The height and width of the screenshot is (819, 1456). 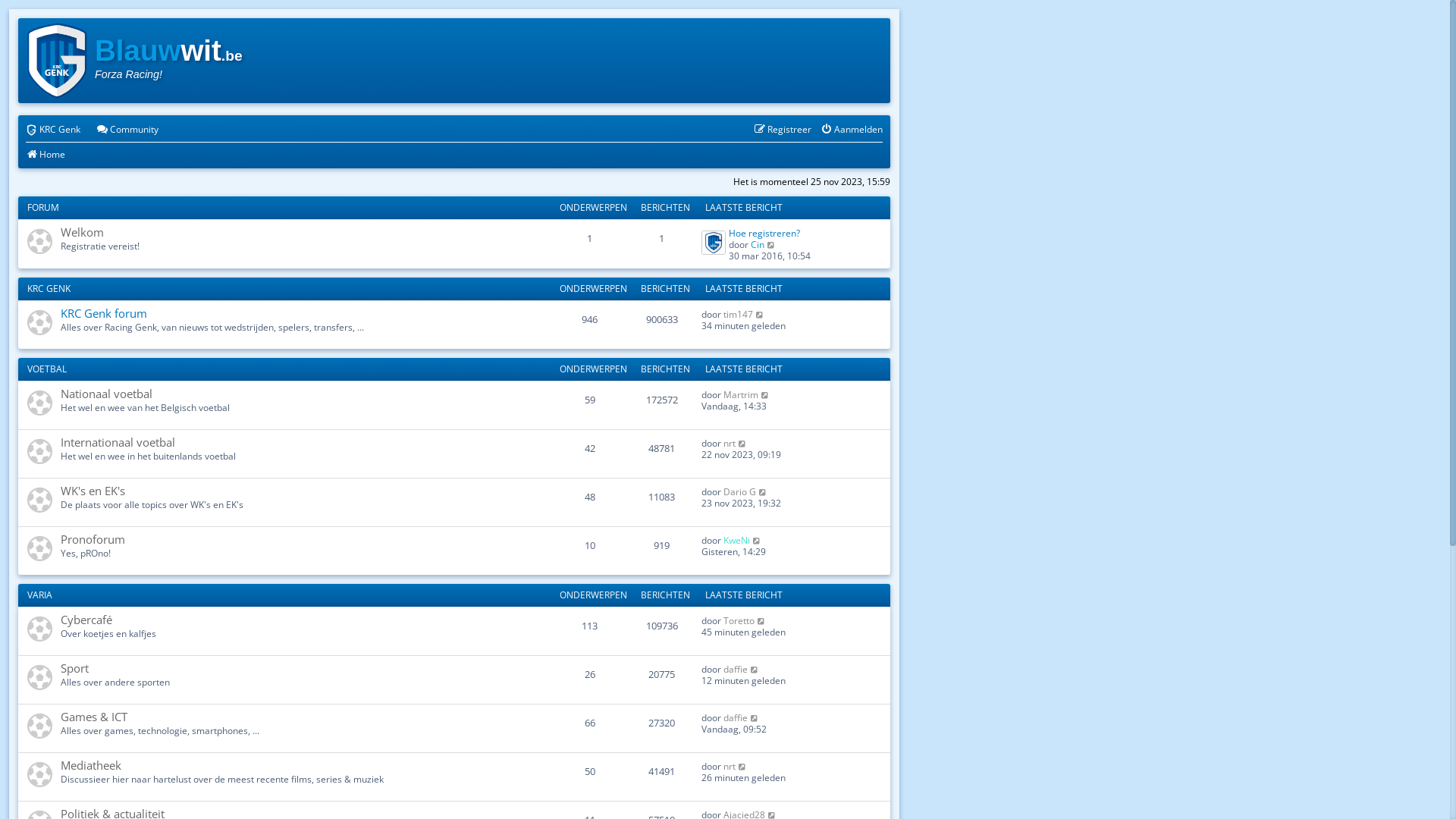 I want to click on 'Martrim', so click(x=723, y=394).